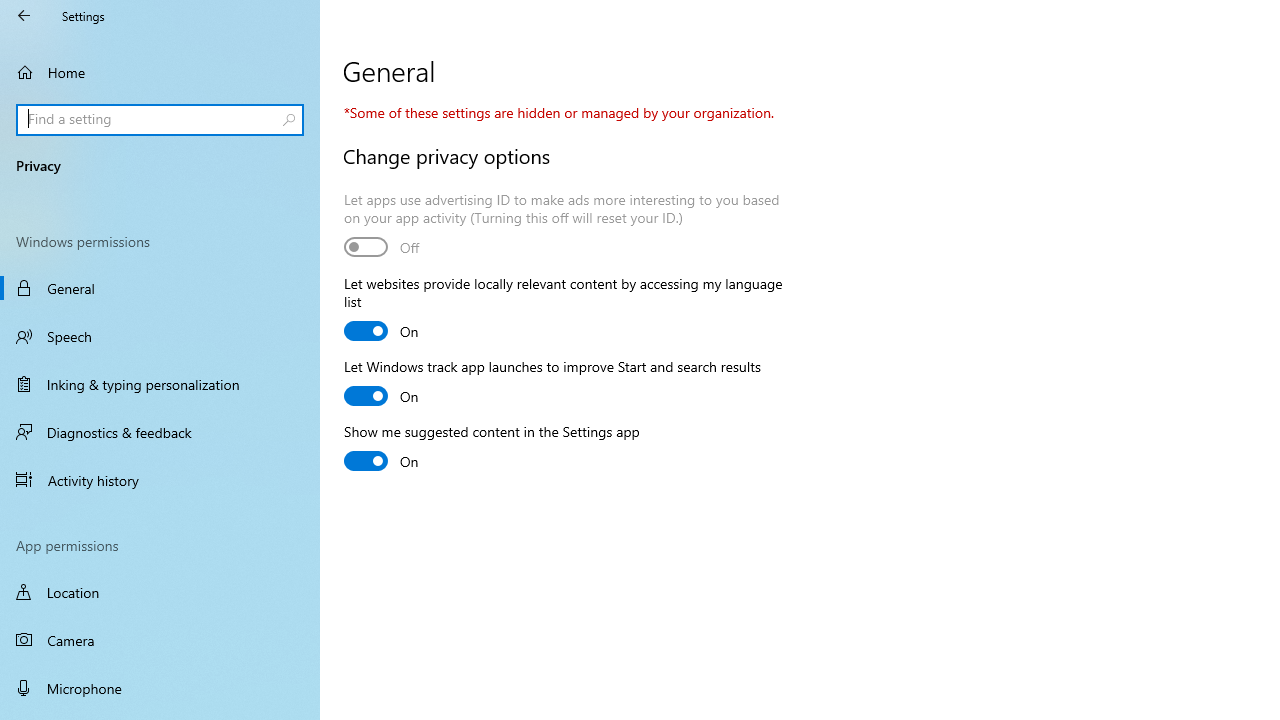  Describe the element at coordinates (160, 479) in the screenshot. I see `'Activity history'` at that location.